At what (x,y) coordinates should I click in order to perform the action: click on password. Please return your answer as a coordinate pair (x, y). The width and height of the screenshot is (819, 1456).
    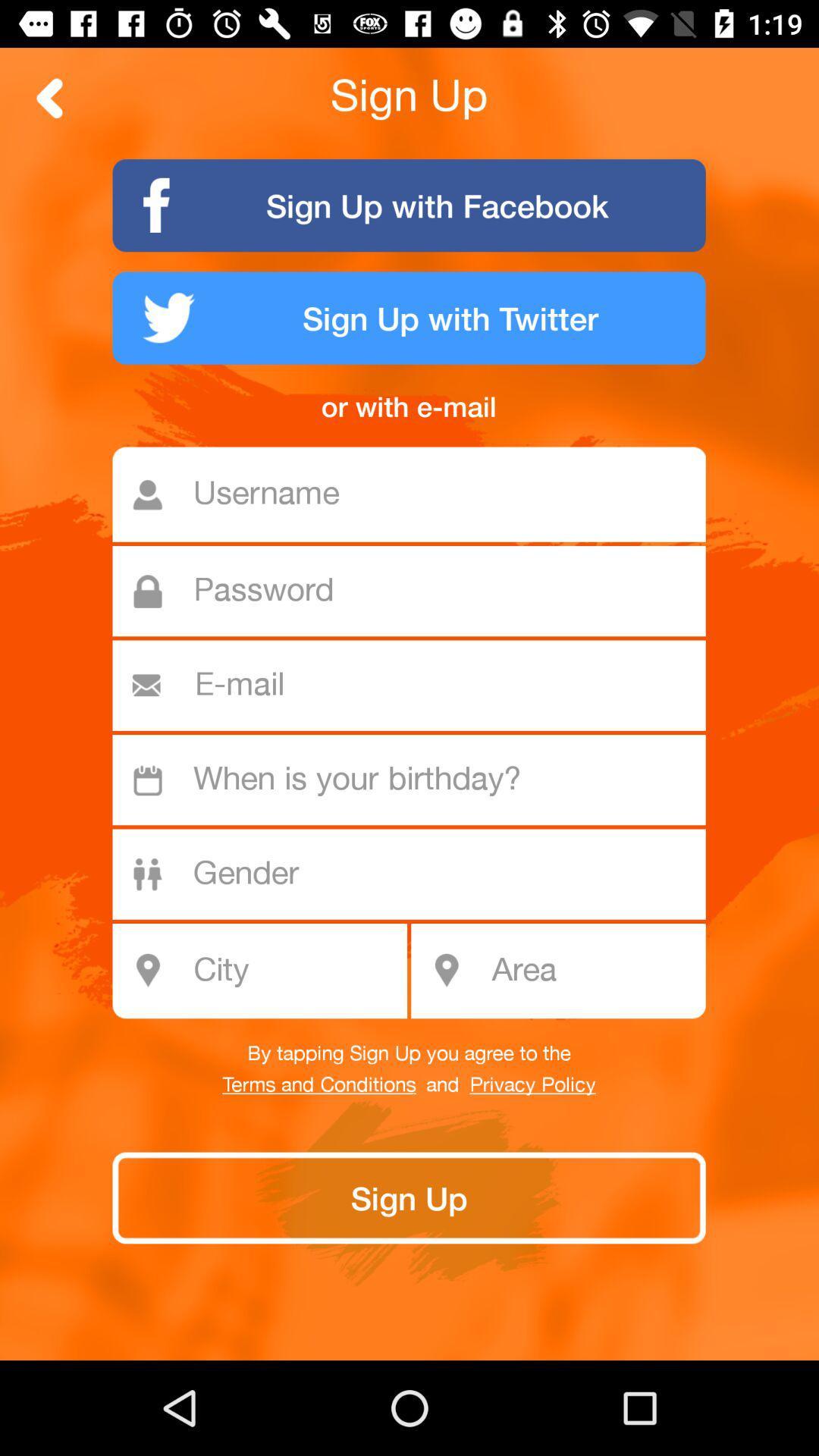
    Looking at the image, I should click on (417, 590).